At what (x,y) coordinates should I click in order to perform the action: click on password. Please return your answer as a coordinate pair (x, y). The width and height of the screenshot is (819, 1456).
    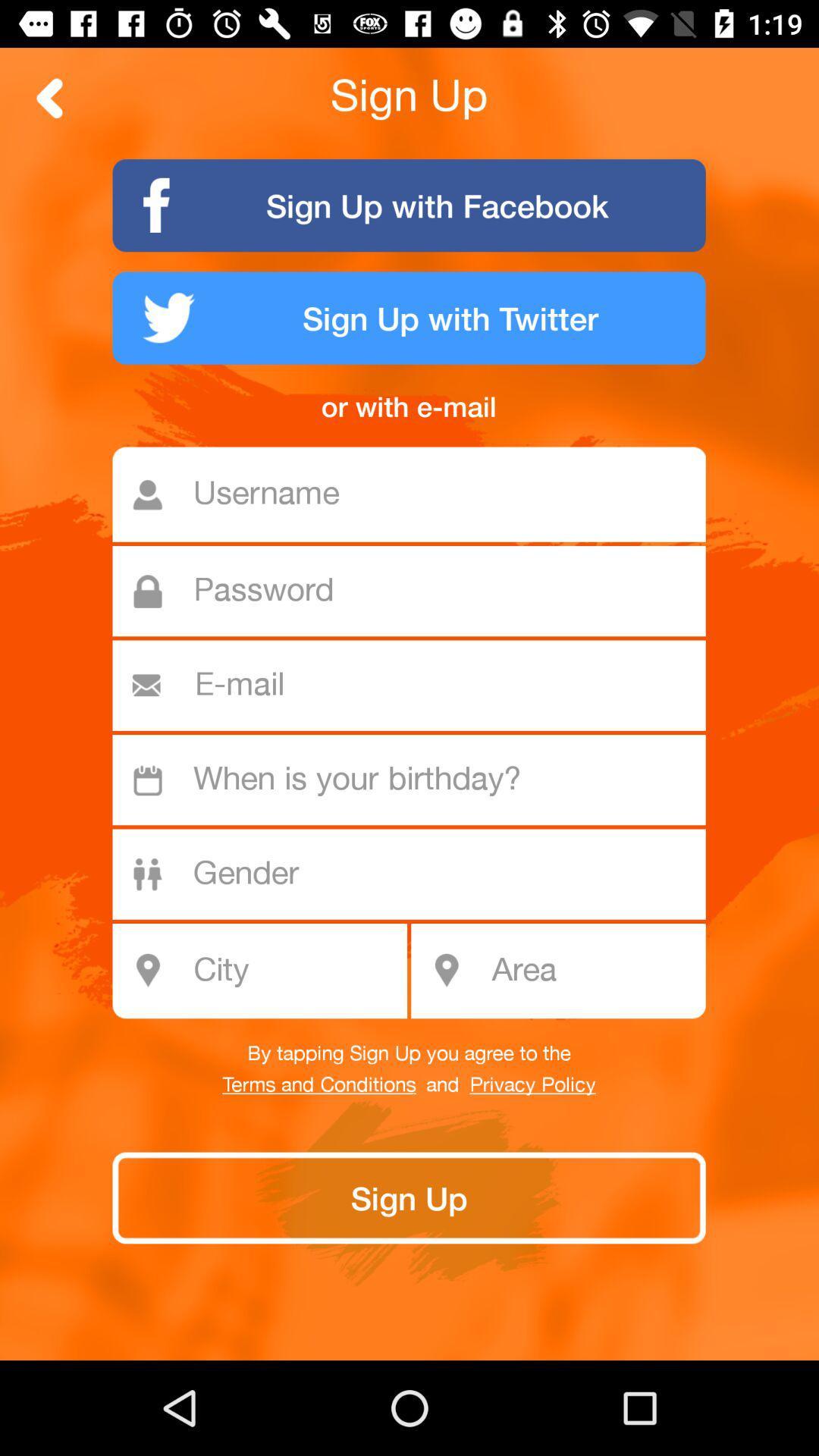
    Looking at the image, I should click on (417, 590).